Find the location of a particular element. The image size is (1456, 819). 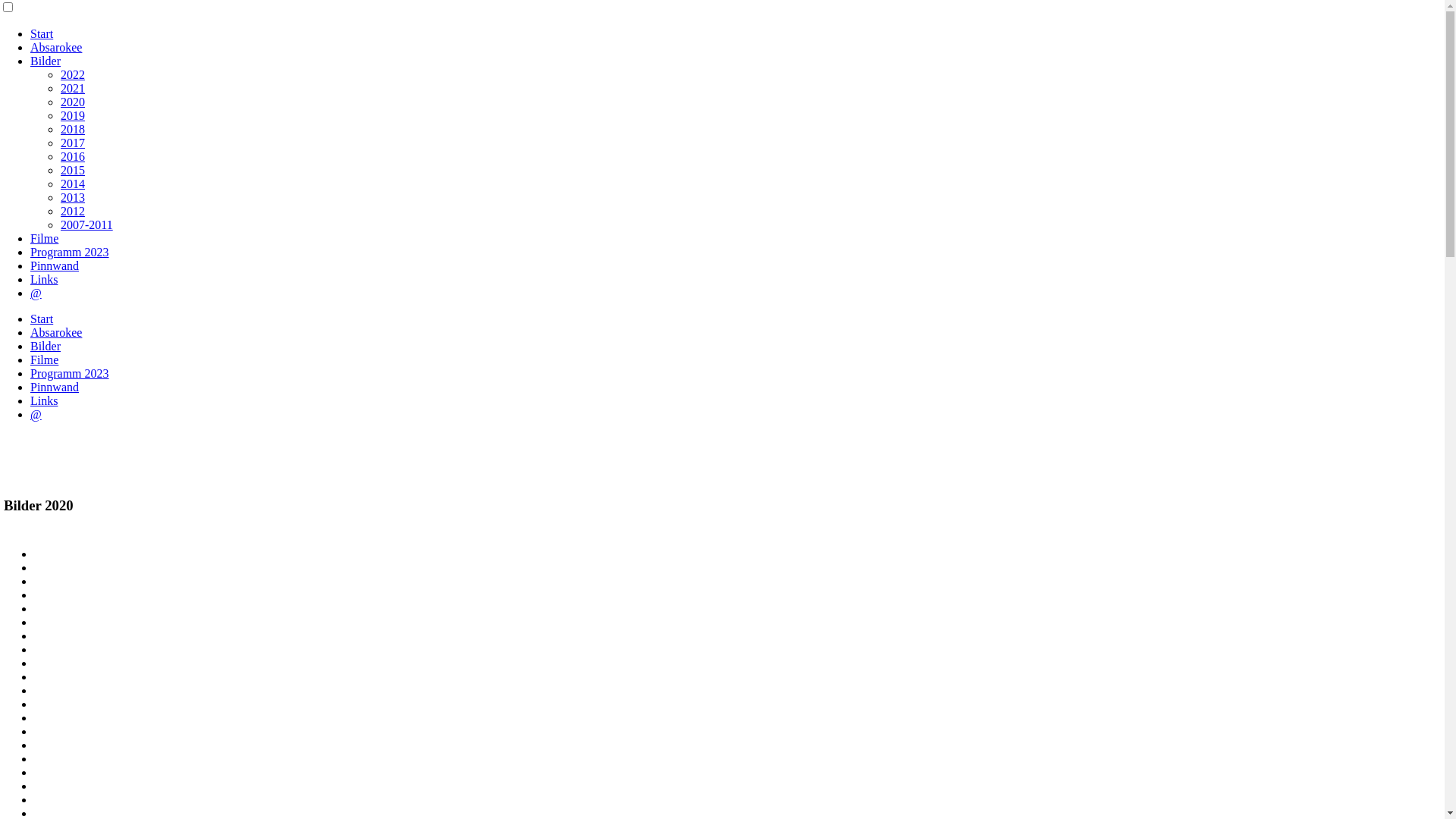

'Start' is located at coordinates (30, 318).